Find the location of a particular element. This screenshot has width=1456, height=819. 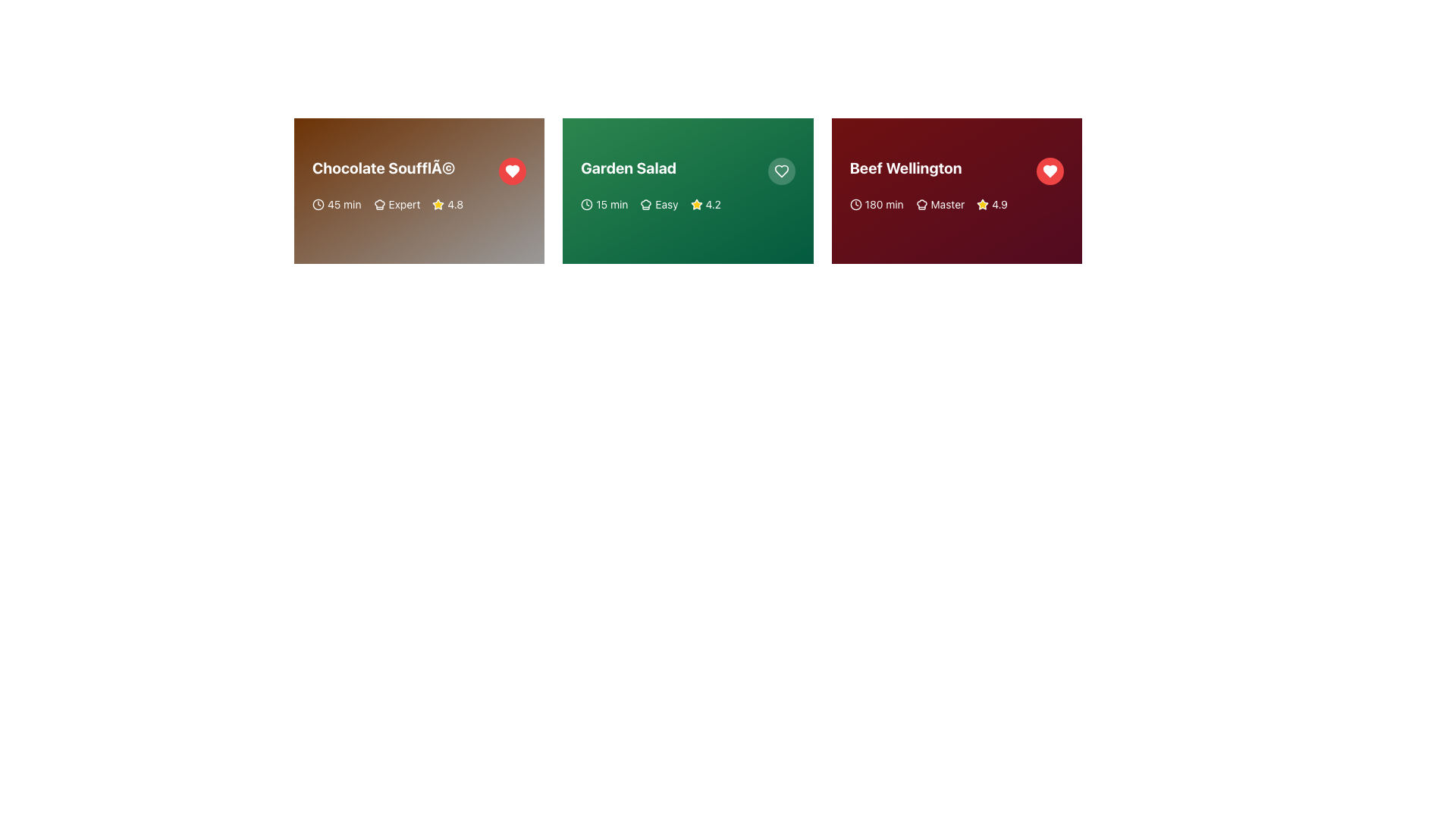

the informational text element indicating the duration of 180 minutes for the 'Beef Wellington' recipe, located in the bottom-left corner of its section is located at coordinates (877, 205).